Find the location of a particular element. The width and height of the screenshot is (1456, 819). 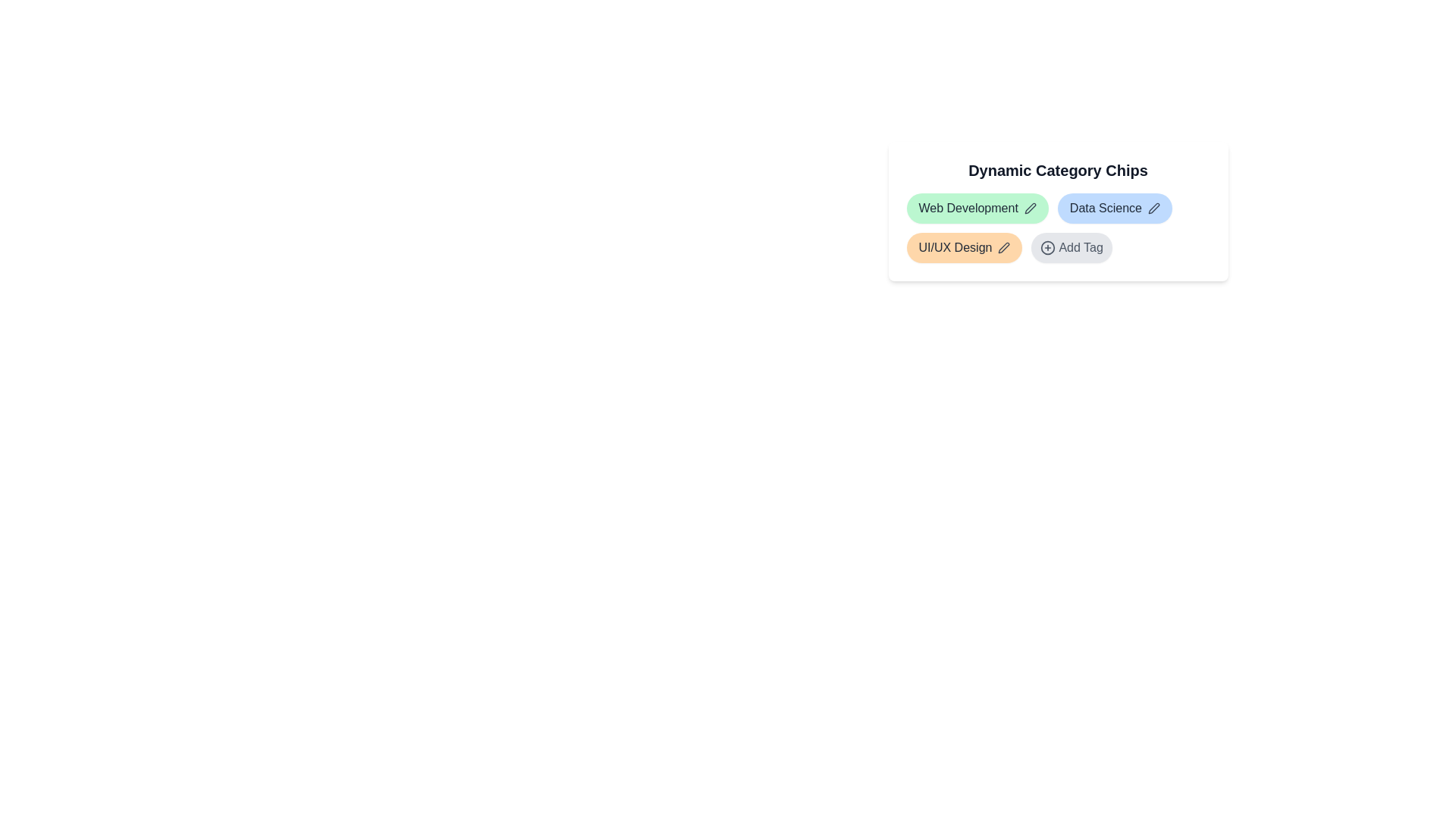

the 'Add Tag' button to create a new tag is located at coordinates (1071, 247).